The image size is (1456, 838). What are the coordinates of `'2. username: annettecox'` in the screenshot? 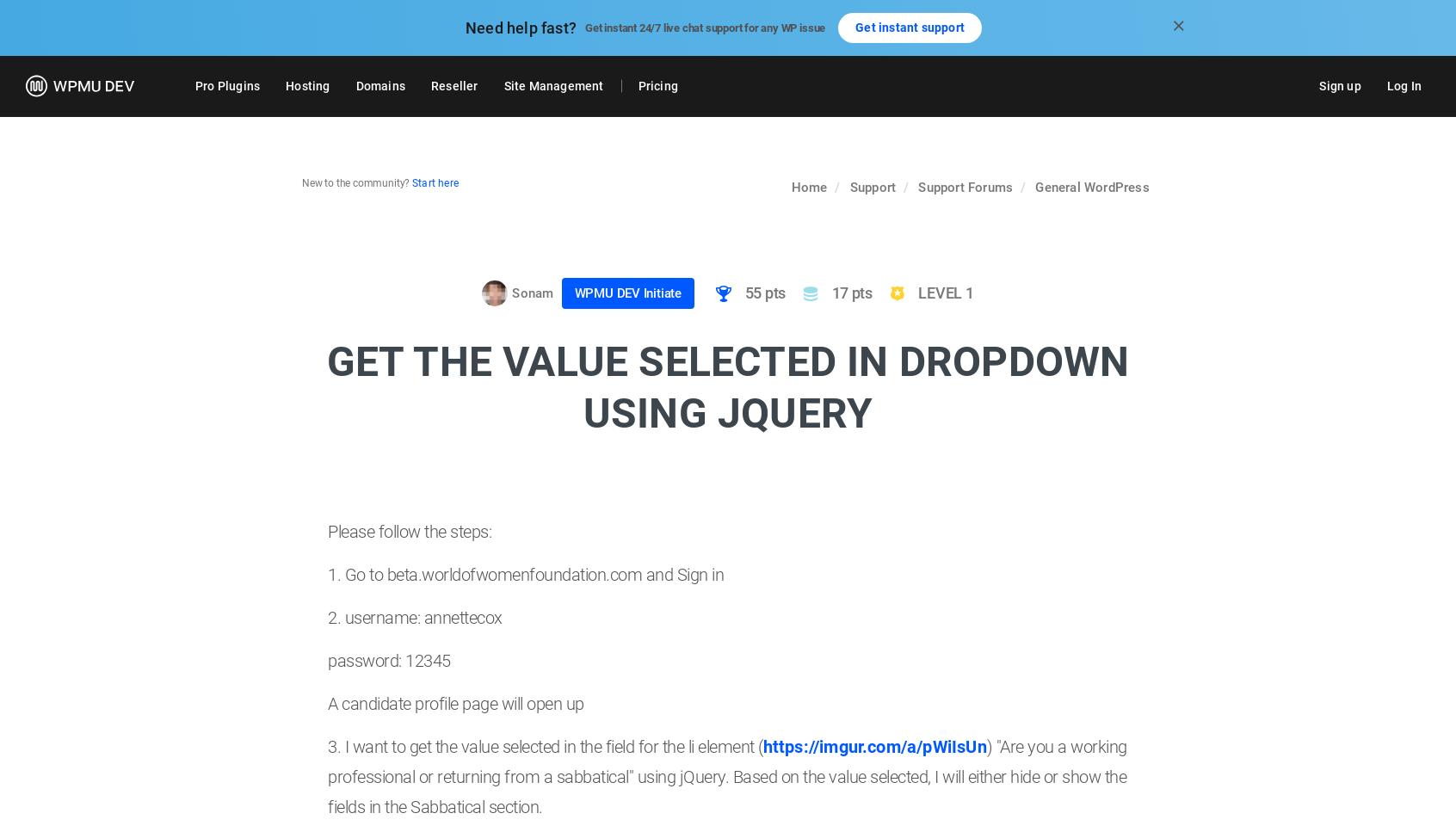 It's located at (414, 616).